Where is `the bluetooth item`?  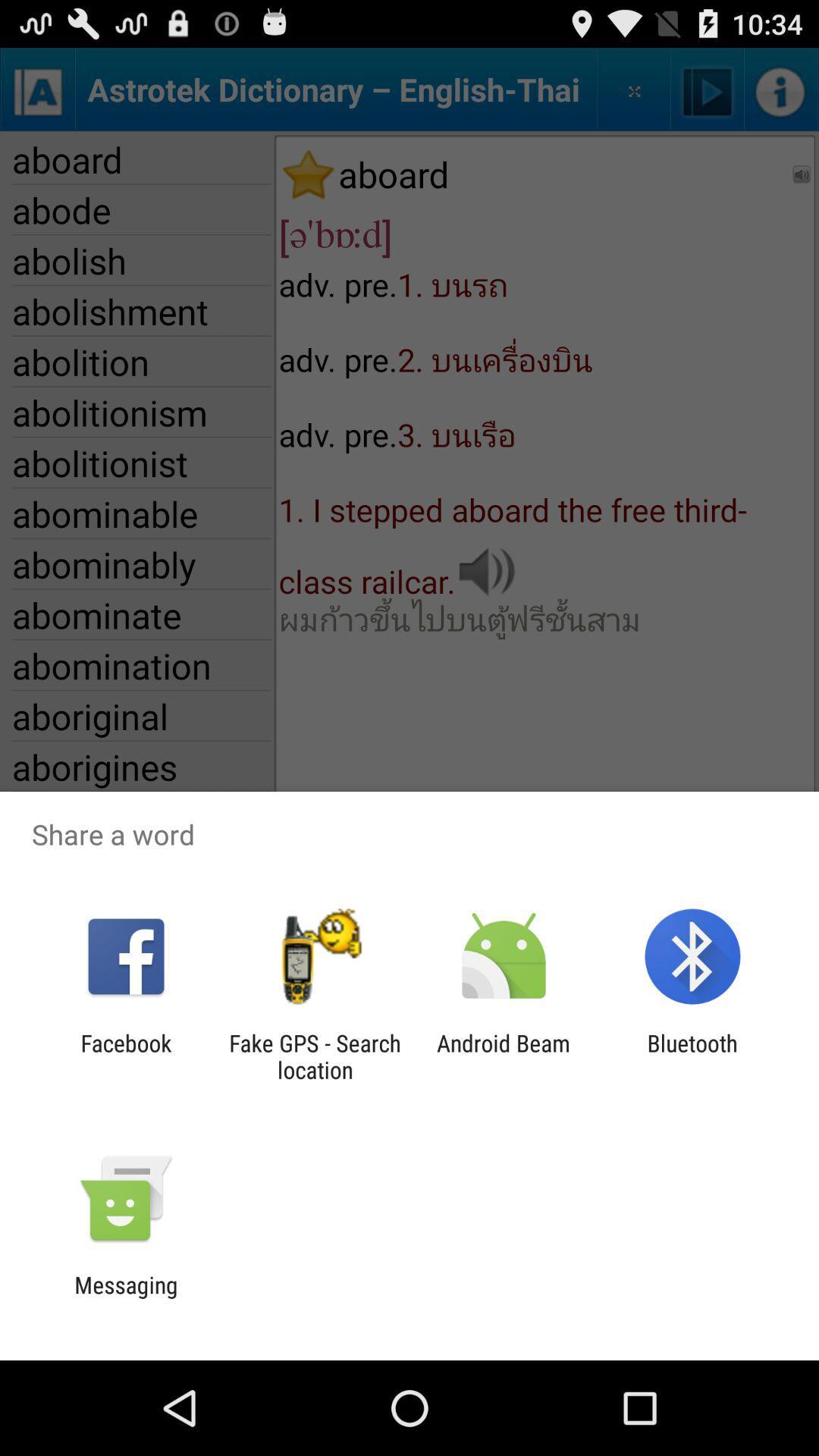
the bluetooth item is located at coordinates (692, 1056).